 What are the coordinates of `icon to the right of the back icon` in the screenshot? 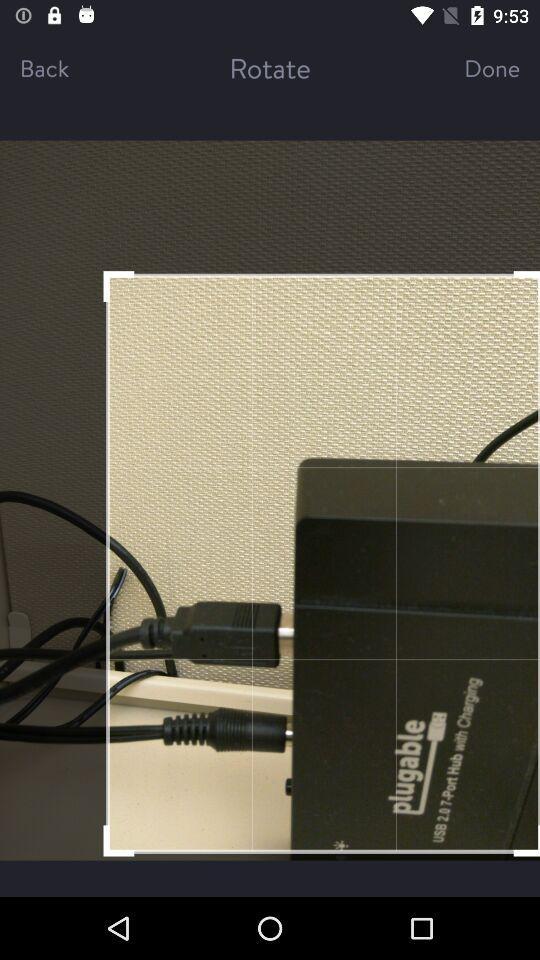 It's located at (270, 67).